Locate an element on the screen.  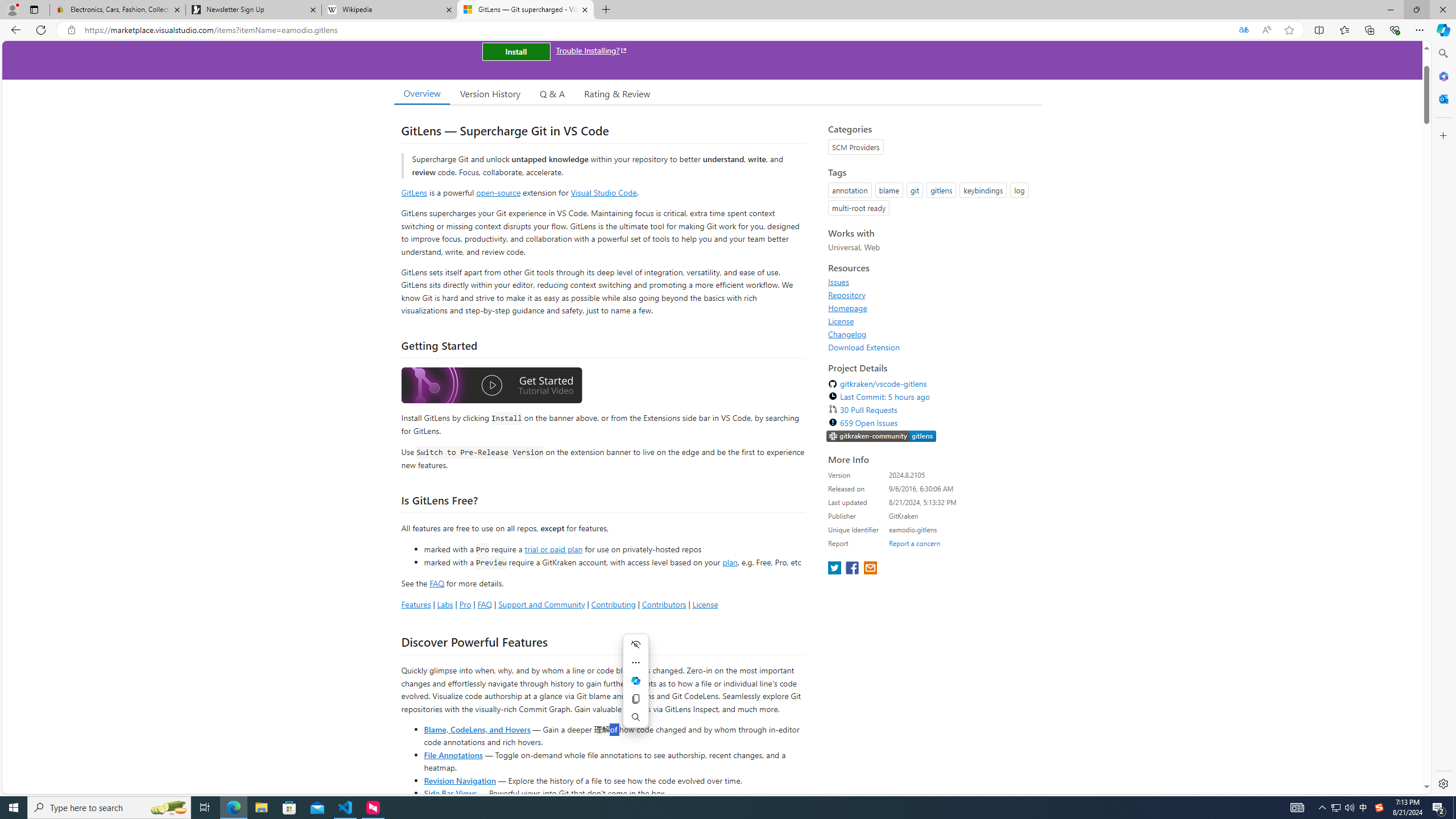
'share extension on twitter' is located at coordinates (835, 568).